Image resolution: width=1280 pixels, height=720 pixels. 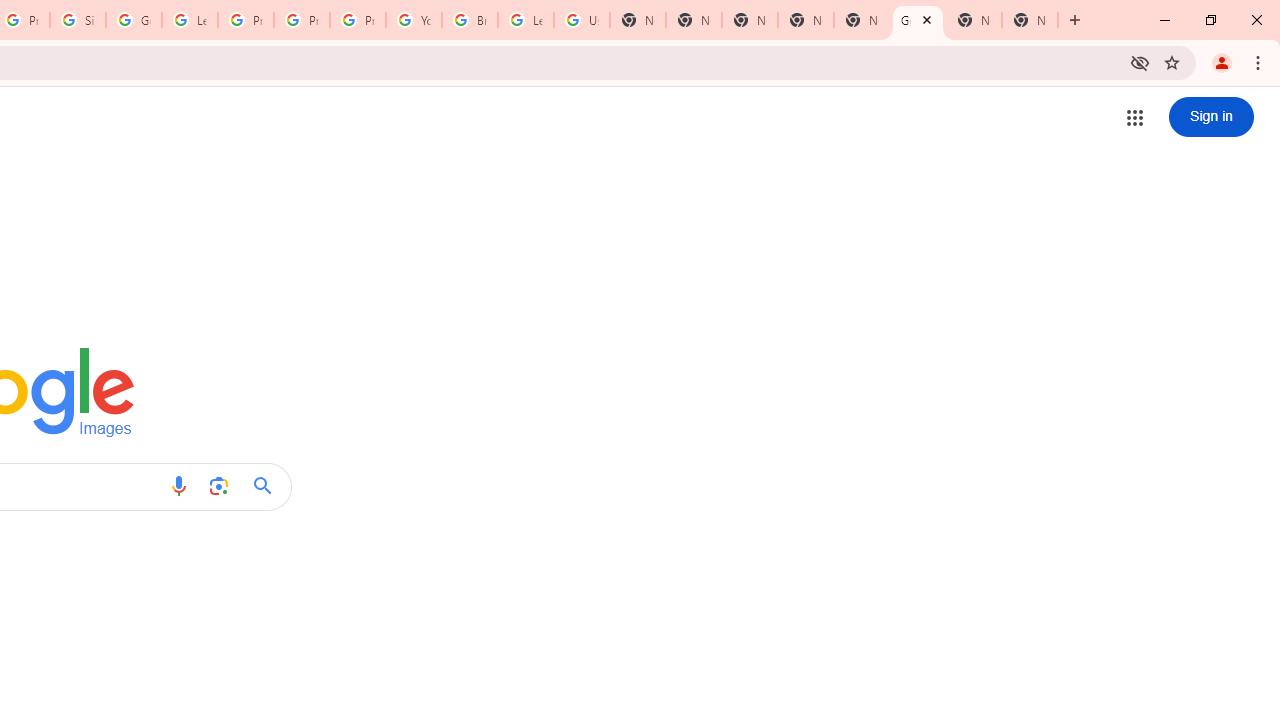 I want to click on 'Google Search', so click(x=267, y=486).